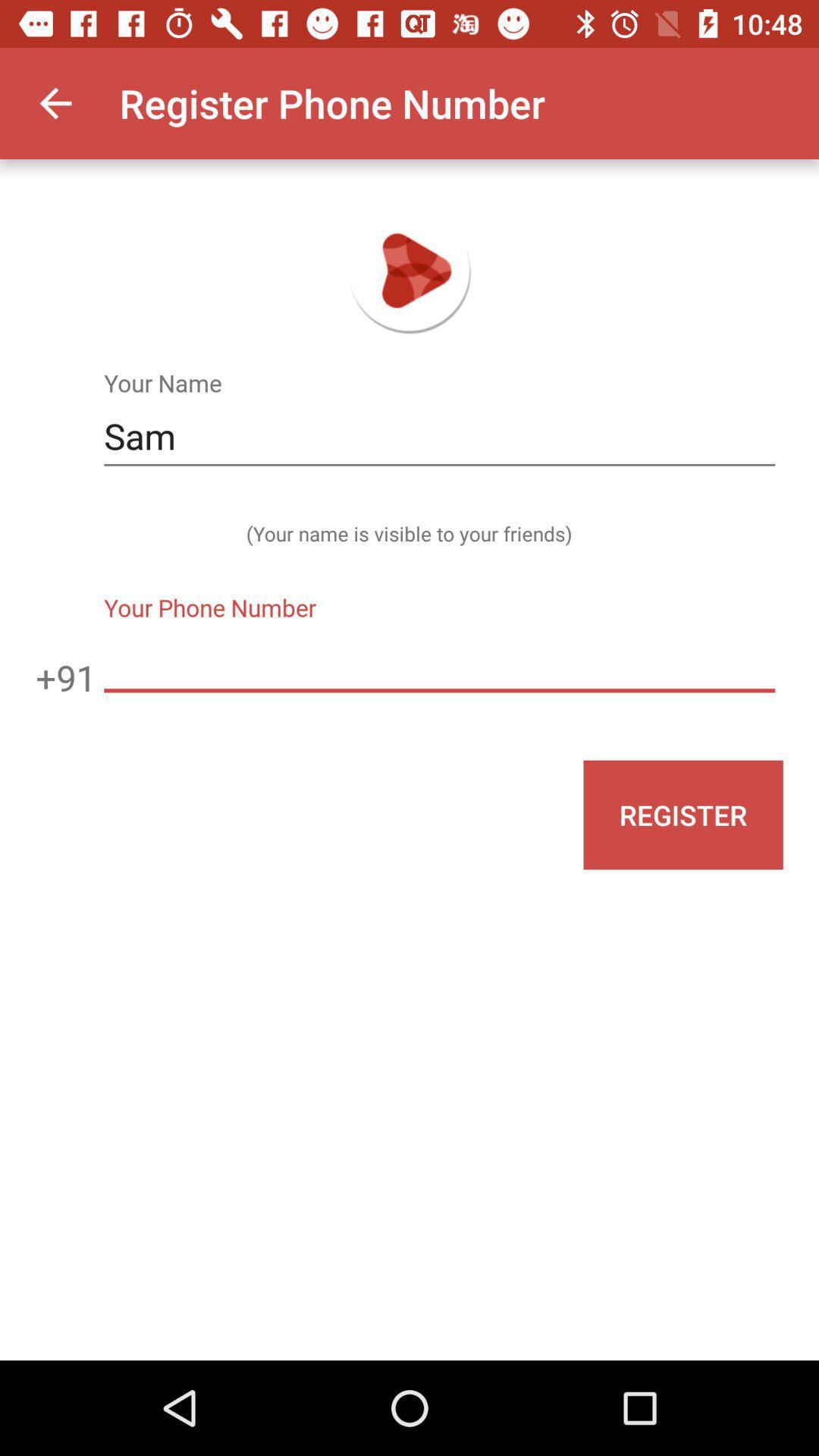  I want to click on item next to register phone number app, so click(55, 102).